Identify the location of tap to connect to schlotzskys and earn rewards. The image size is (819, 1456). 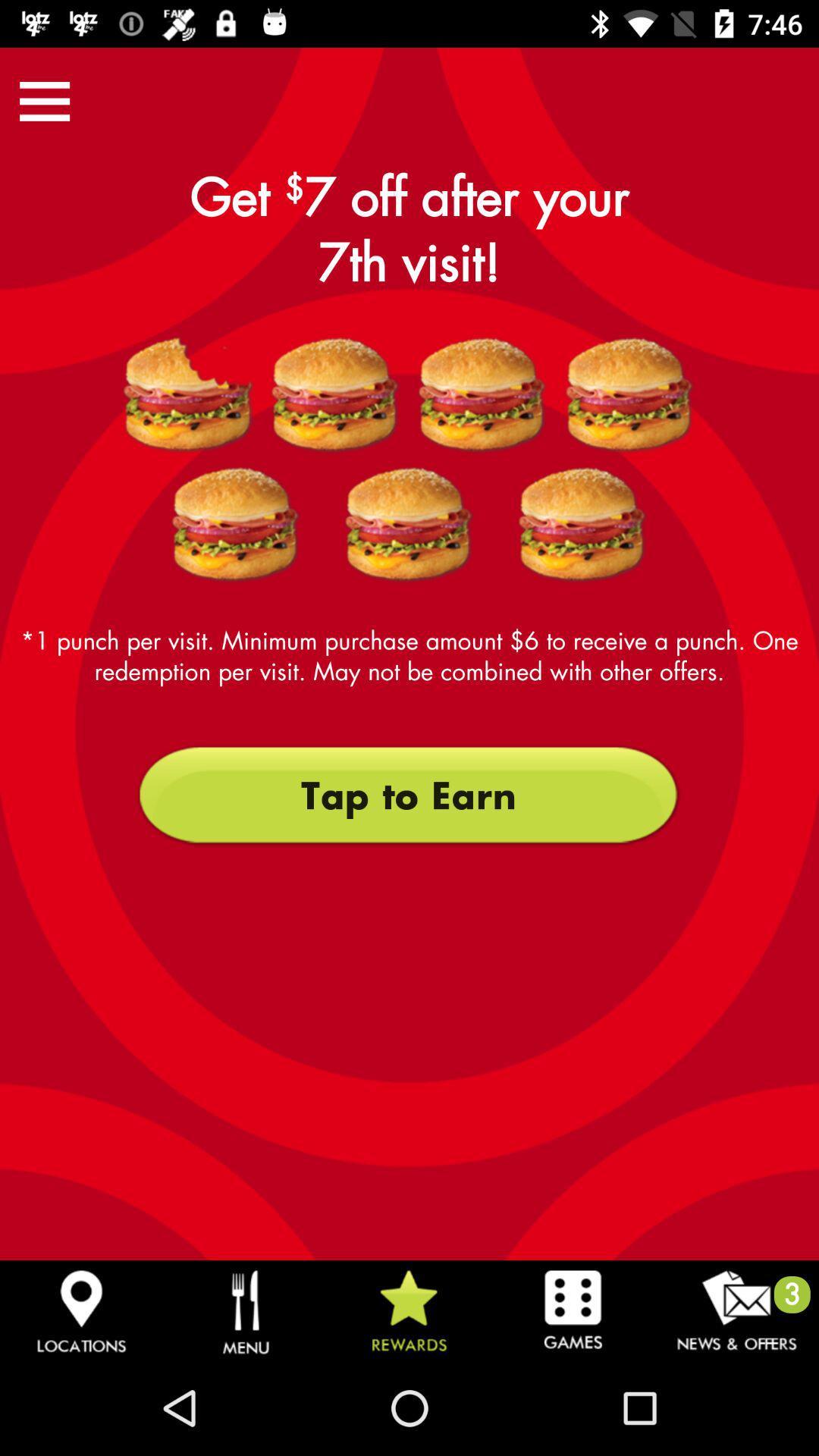
(188, 395).